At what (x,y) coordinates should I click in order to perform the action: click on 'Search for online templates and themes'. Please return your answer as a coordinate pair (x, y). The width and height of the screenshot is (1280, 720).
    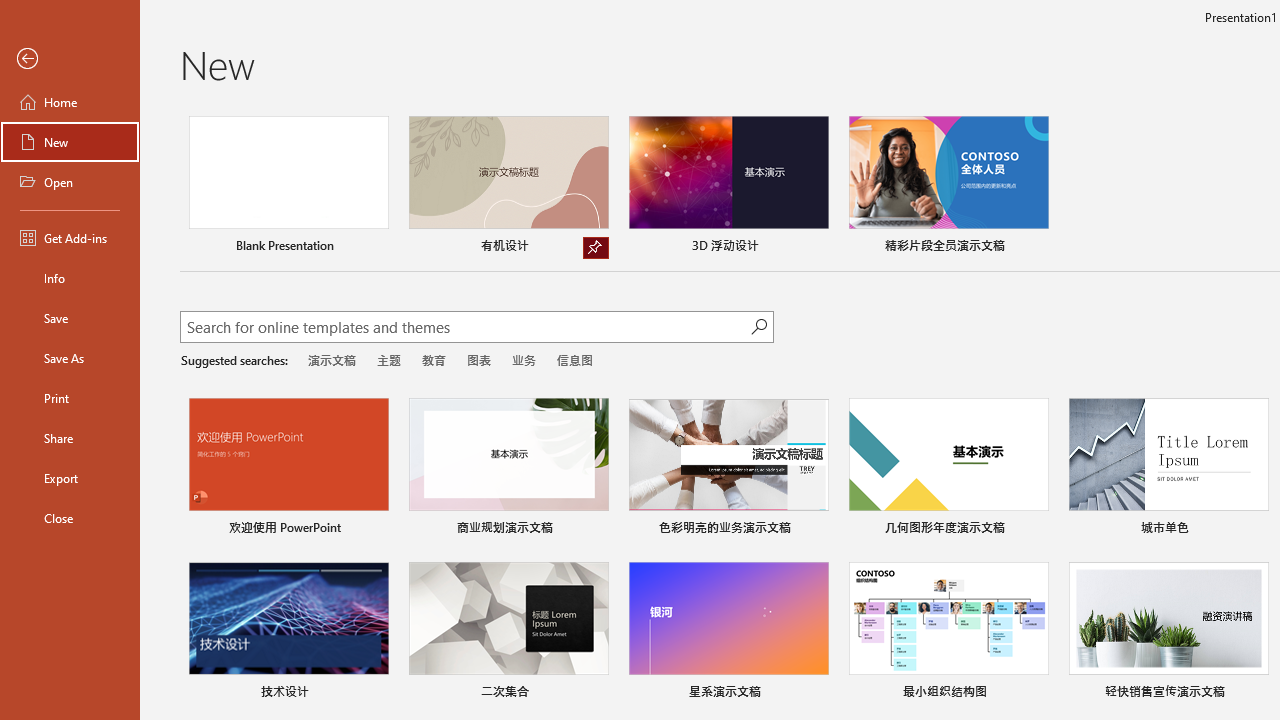
    Looking at the image, I should click on (464, 328).